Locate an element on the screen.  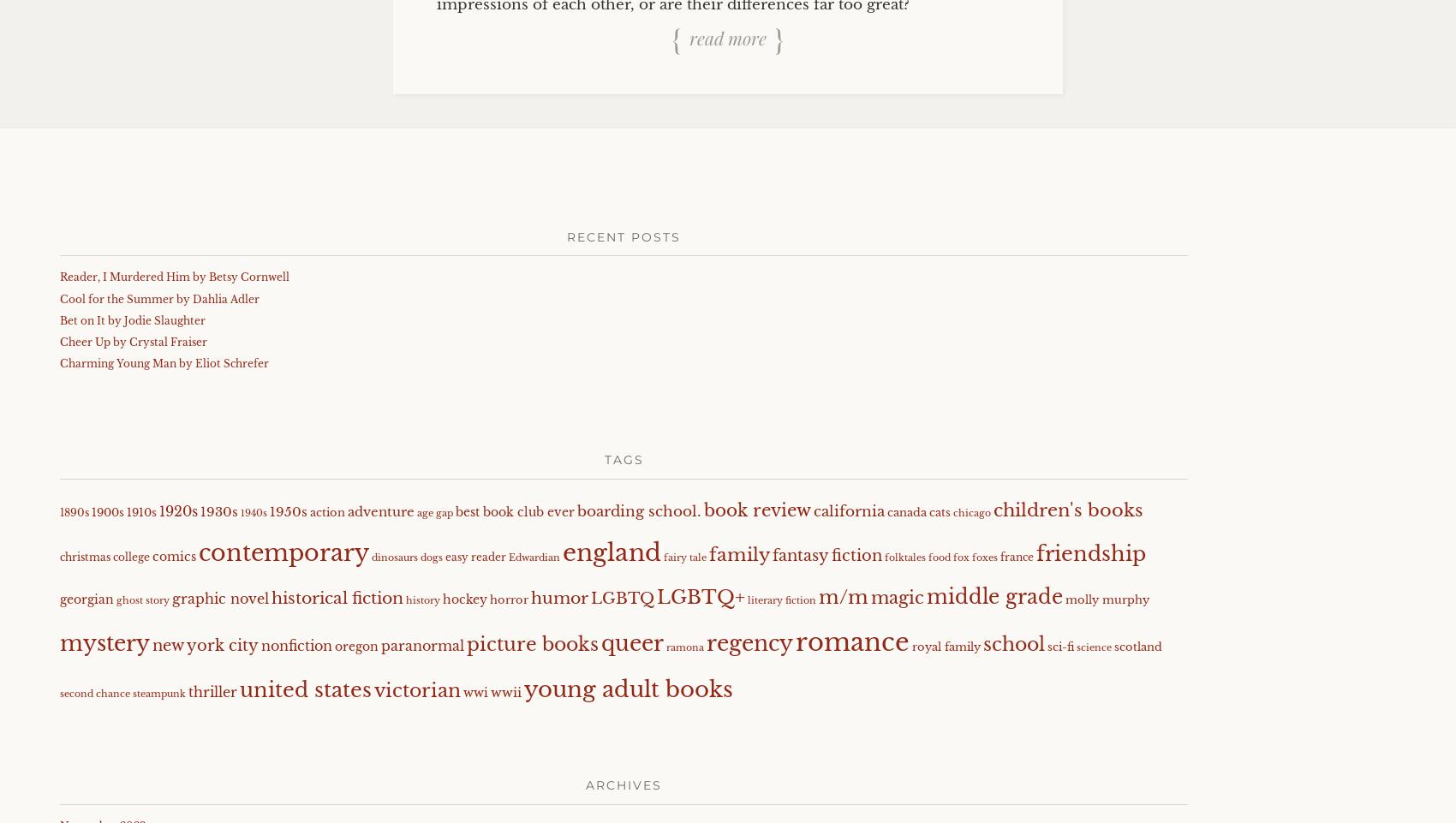
'paranormal' is located at coordinates (422, 644).